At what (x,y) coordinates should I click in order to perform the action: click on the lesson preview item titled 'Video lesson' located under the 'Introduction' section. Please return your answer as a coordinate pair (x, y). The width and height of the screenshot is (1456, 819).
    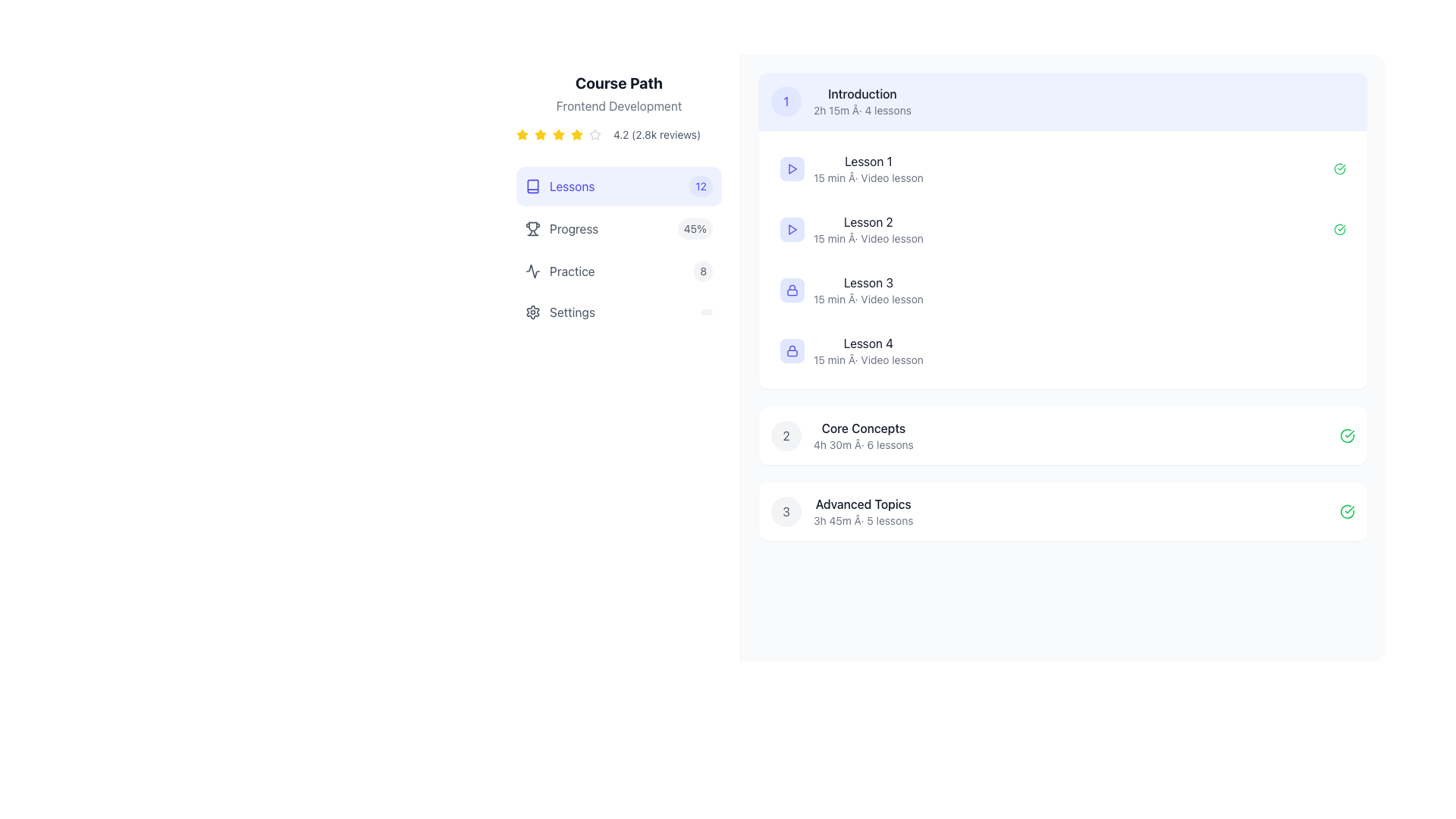
    Looking at the image, I should click on (852, 230).